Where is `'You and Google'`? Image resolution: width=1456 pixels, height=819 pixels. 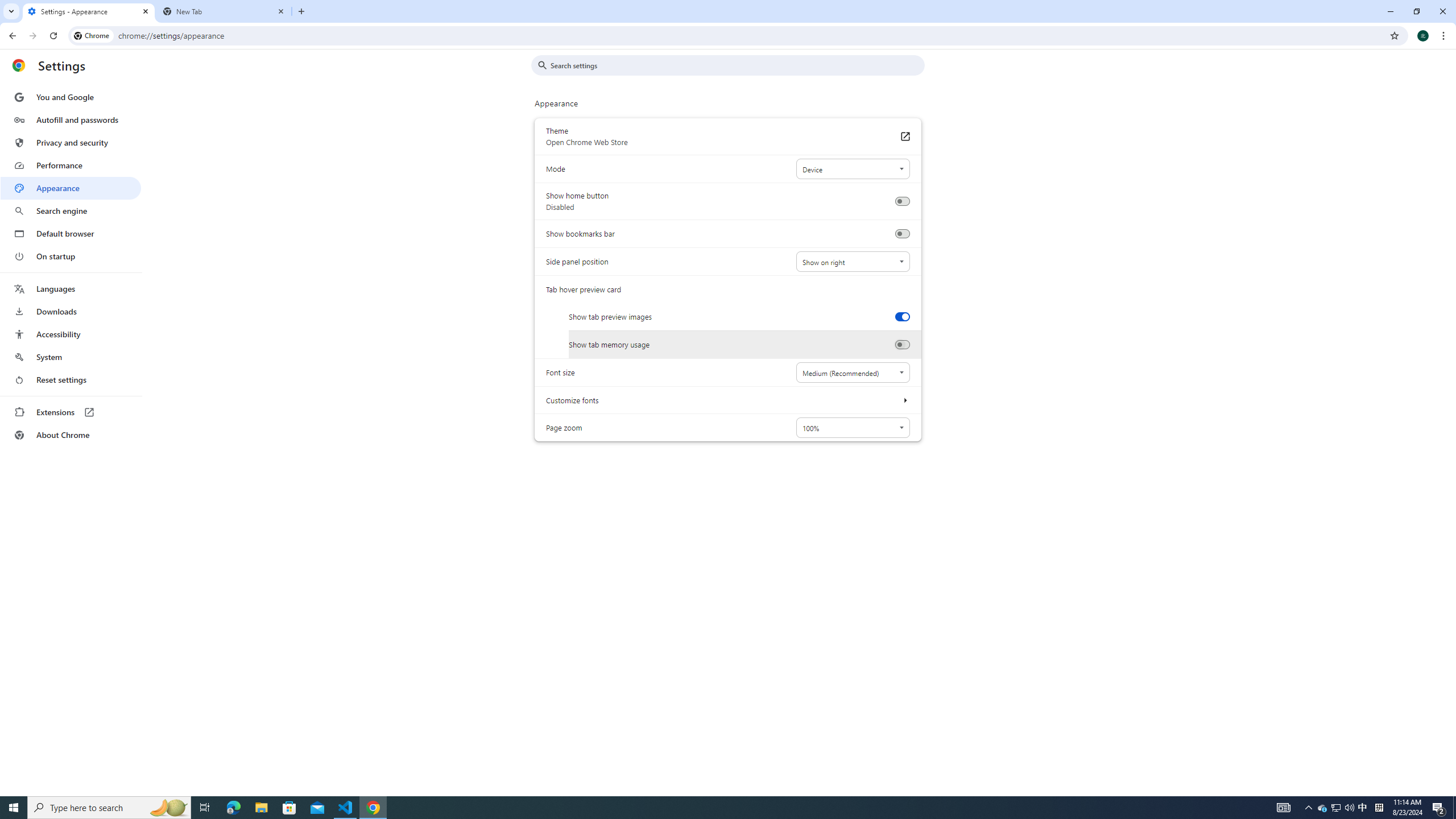 'You and Google' is located at coordinates (70, 97).